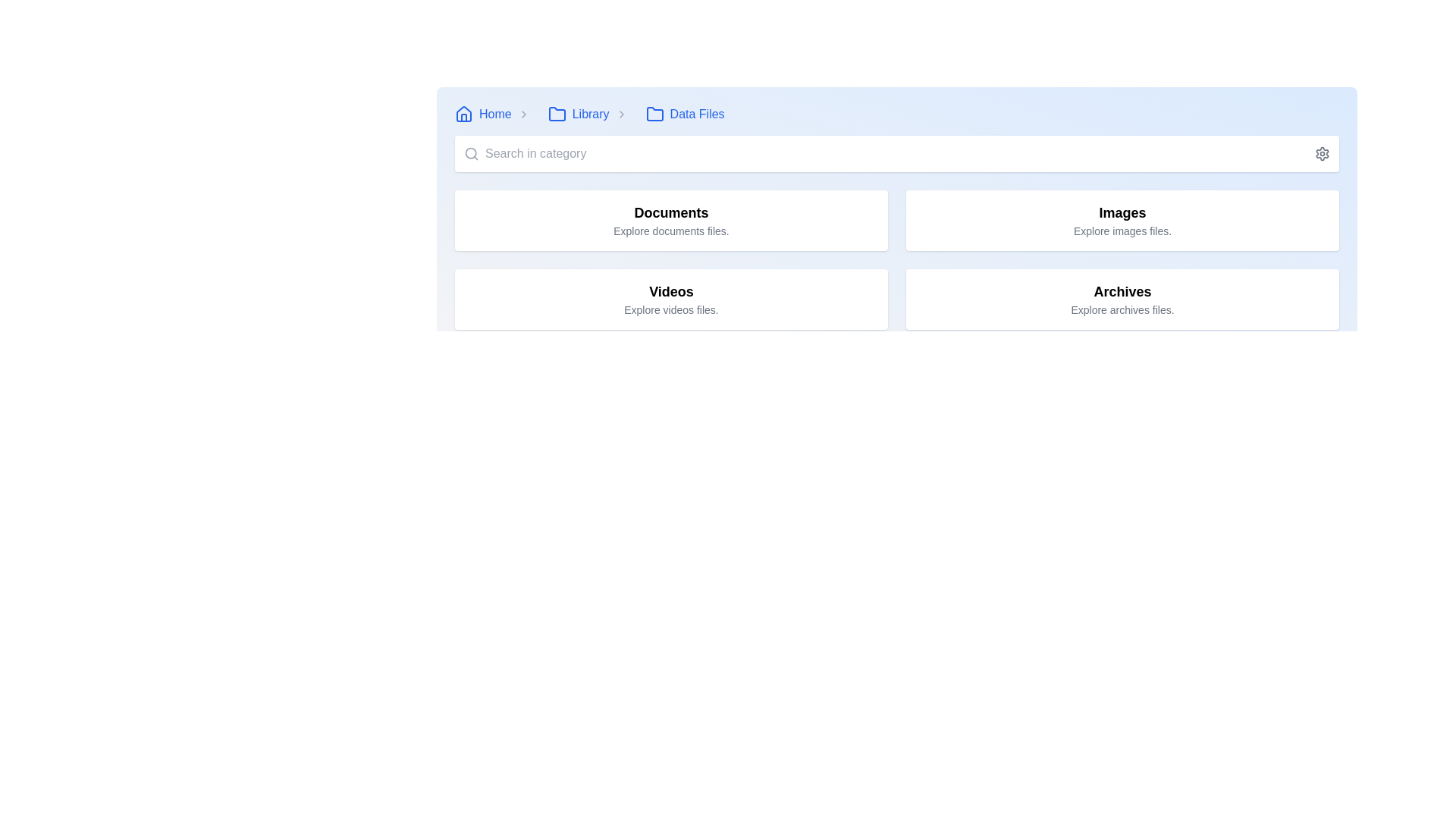  What do you see at coordinates (556, 113) in the screenshot?
I see `the decorative 'Library' breadcrumb icon located on the left side of the breadcrumb bar by viewing it as decoration` at bounding box center [556, 113].